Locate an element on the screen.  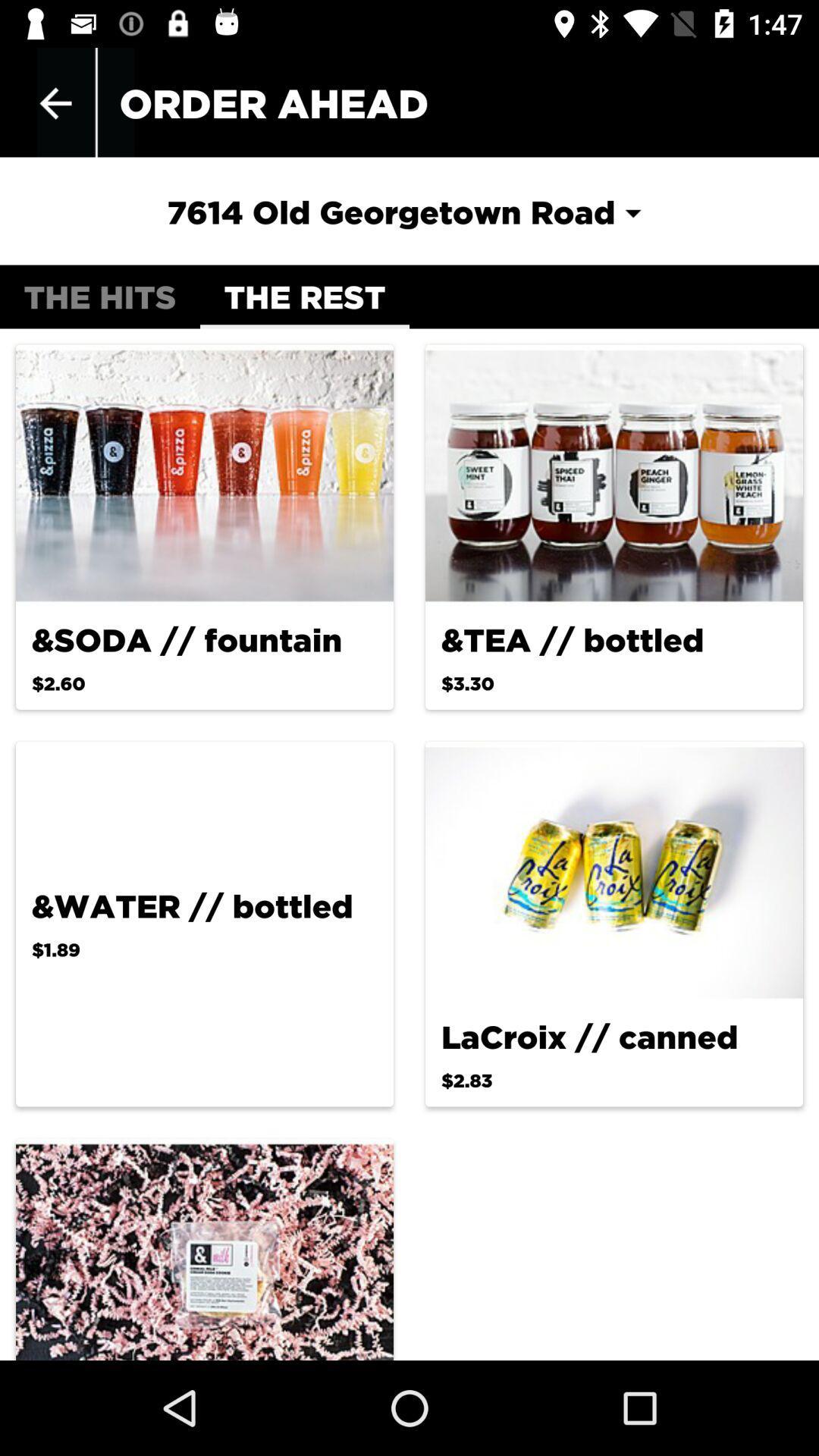
item next to order ahead app is located at coordinates (55, 102).